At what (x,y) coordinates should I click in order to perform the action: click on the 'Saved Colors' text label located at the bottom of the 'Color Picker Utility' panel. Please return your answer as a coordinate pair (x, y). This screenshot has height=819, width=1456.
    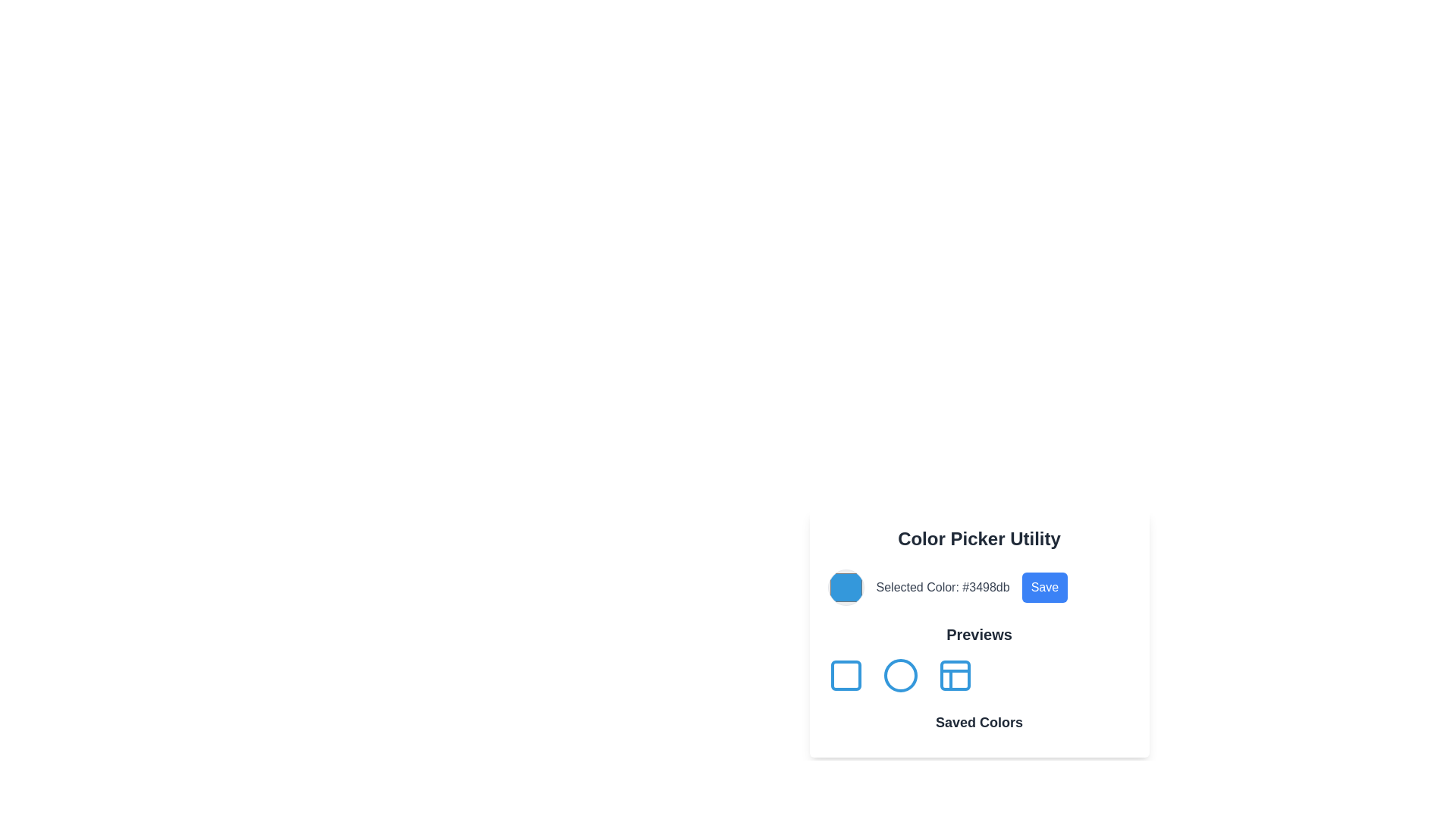
    Looking at the image, I should click on (979, 724).